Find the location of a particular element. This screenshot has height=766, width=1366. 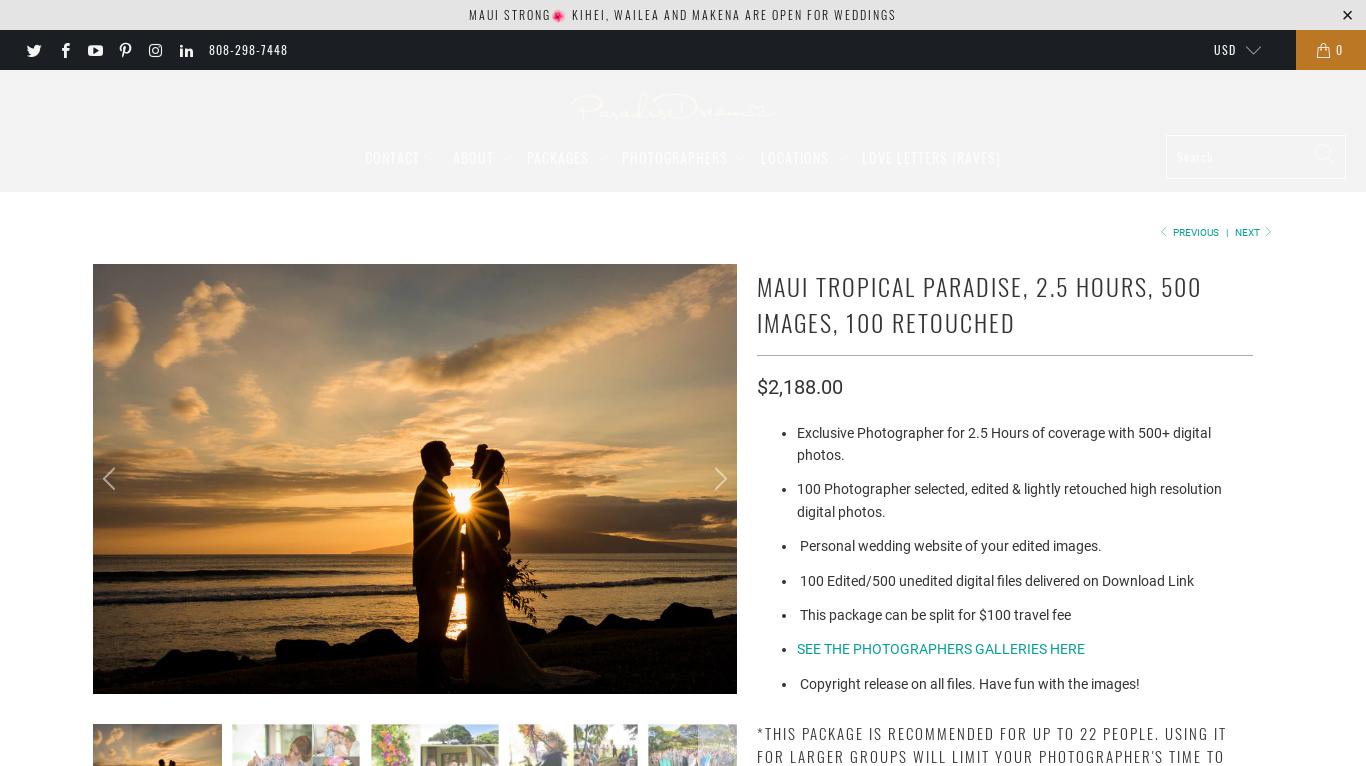

'Locations' is located at coordinates (760, 155).